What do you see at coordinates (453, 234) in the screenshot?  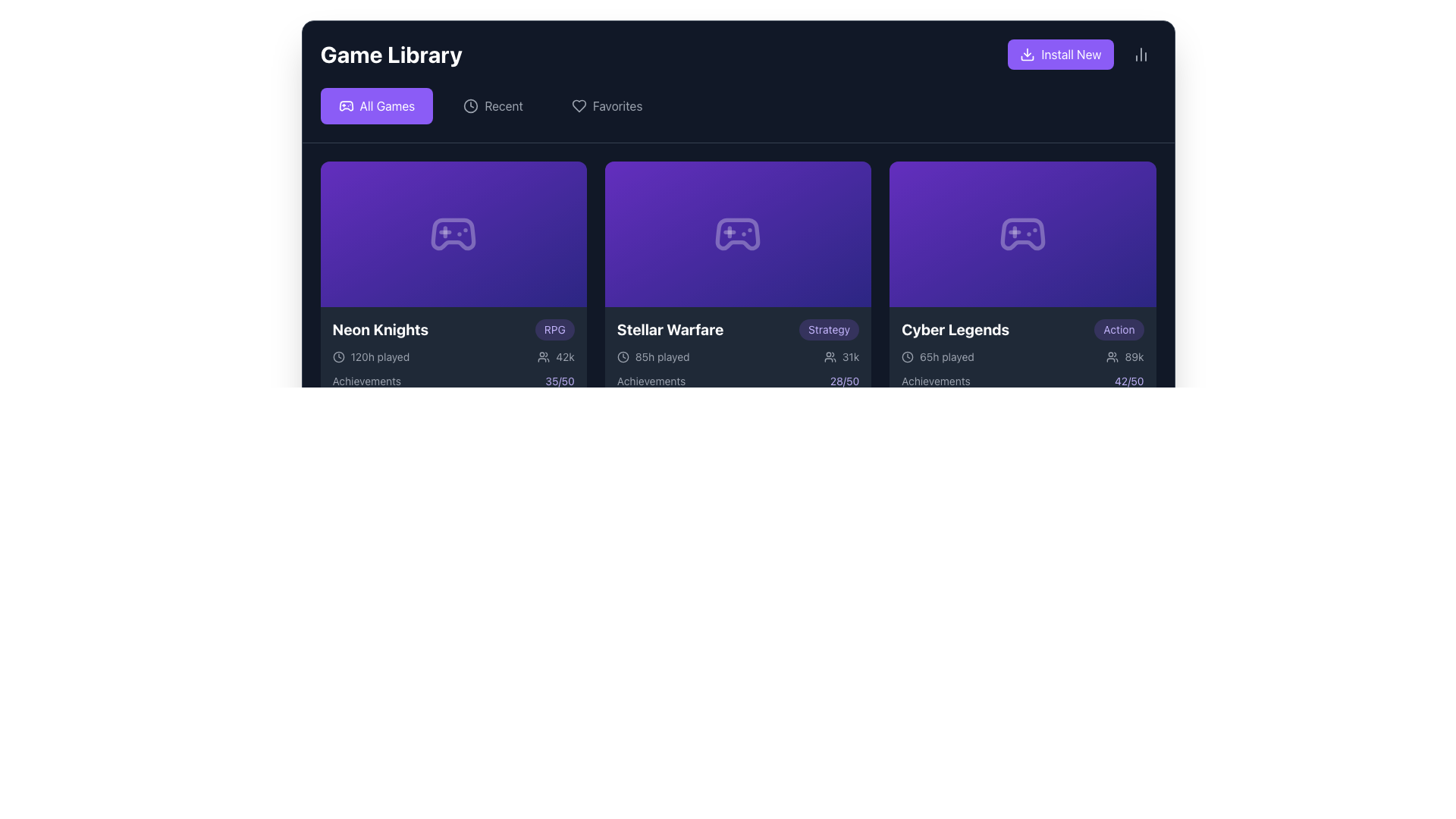 I see `the game controller icon with a purple background representing 'Neon Knights' in the Game Library interface` at bounding box center [453, 234].